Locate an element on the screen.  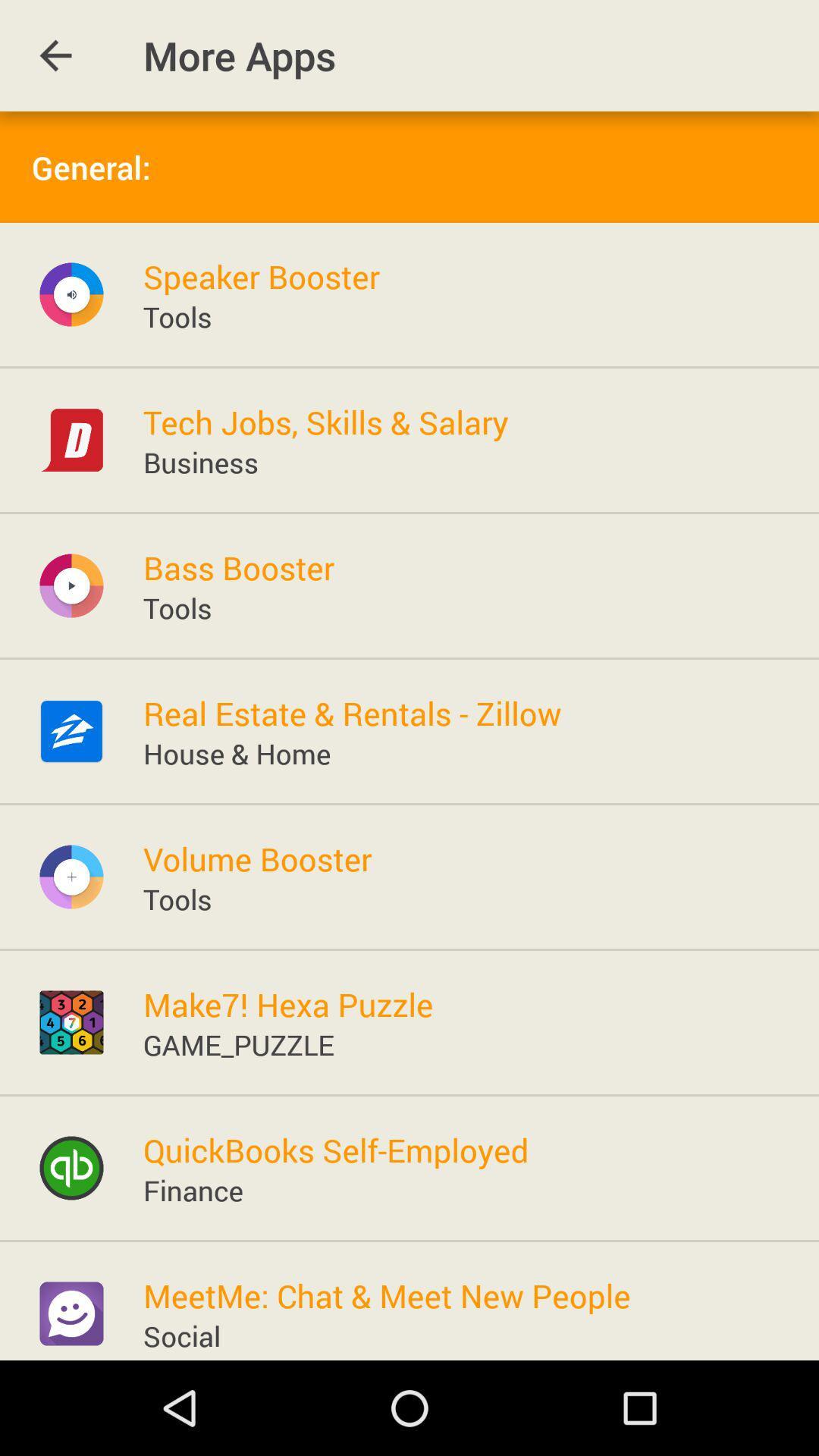
icon below tech jobs skills is located at coordinates (200, 461).